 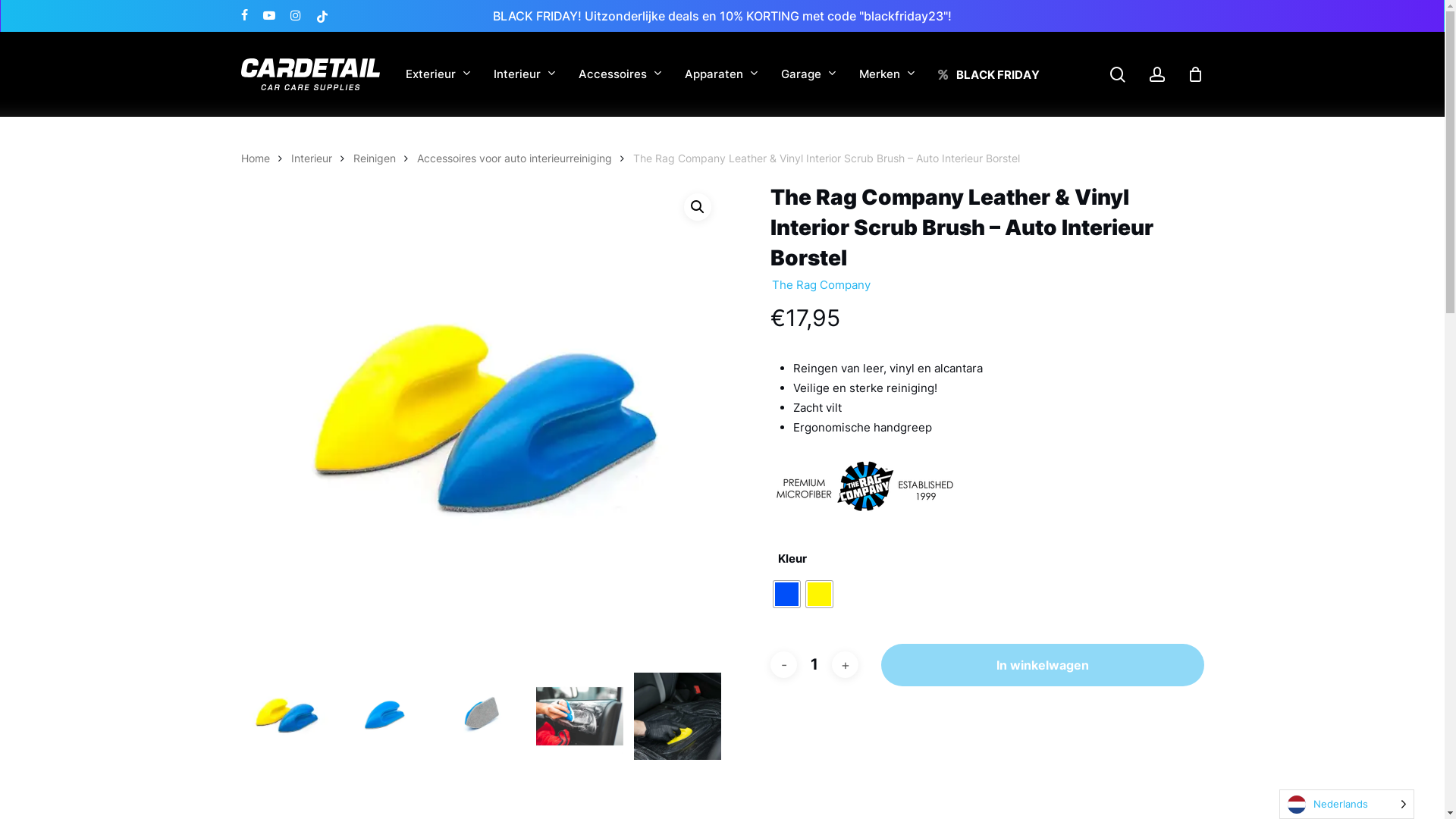 What do you see at coordinates (786, 593) in the screenshot?
I see `'Blauw'` at bounding box center [786, 593].